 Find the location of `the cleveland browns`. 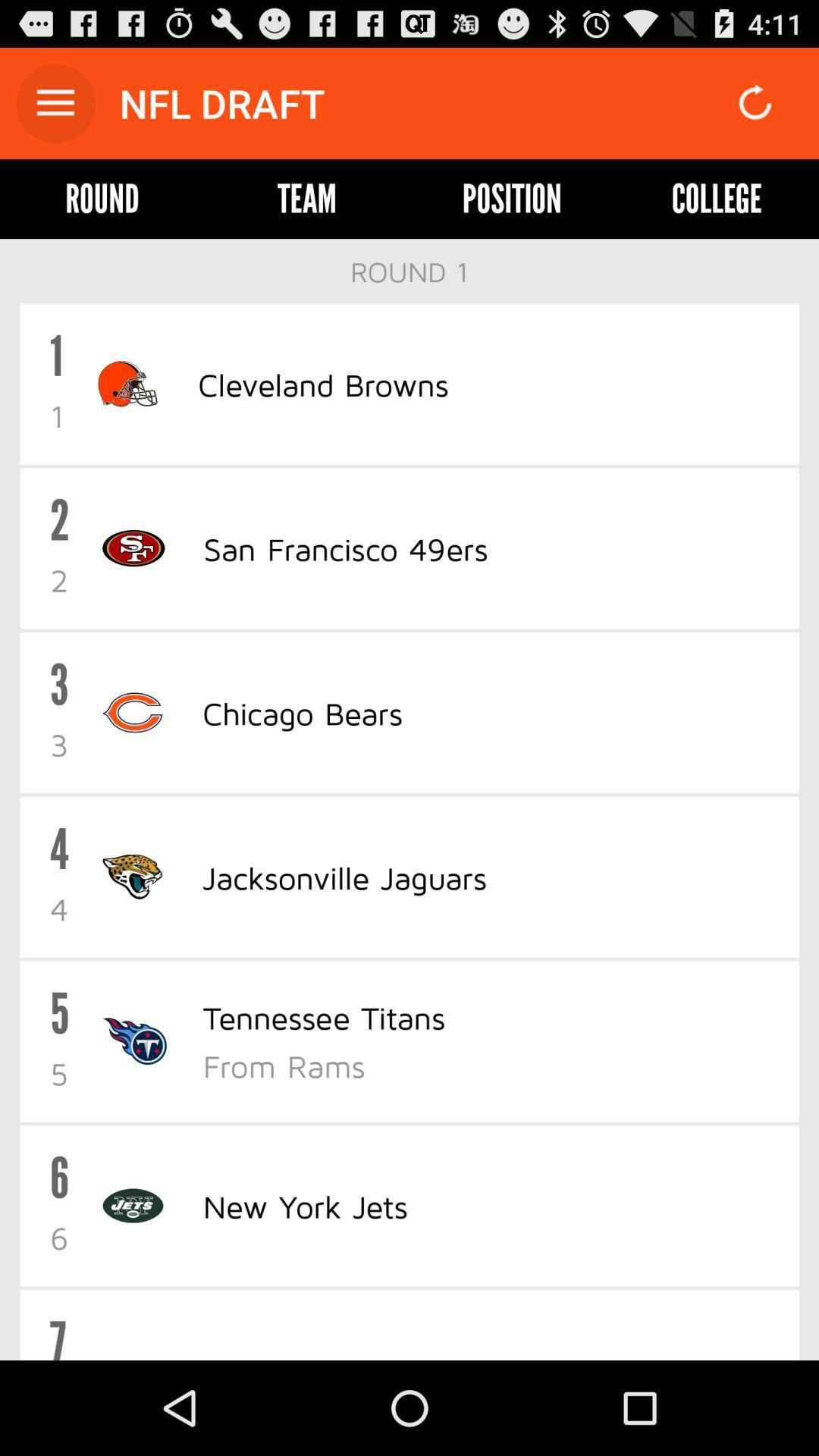

the cleveland browns is located at coordinates (322, 384).